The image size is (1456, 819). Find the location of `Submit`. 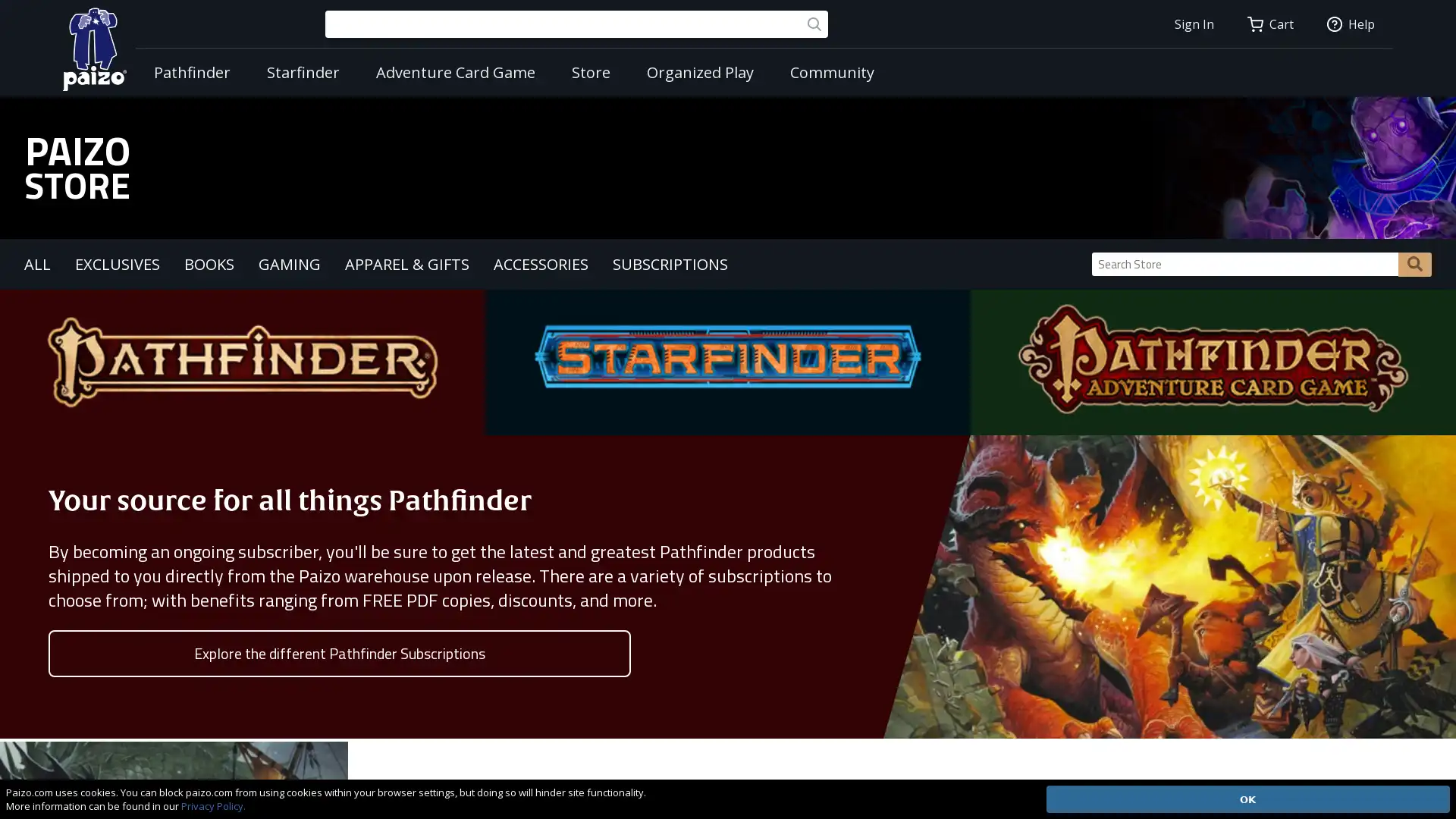

Submit is located at coordinates (814, 24).